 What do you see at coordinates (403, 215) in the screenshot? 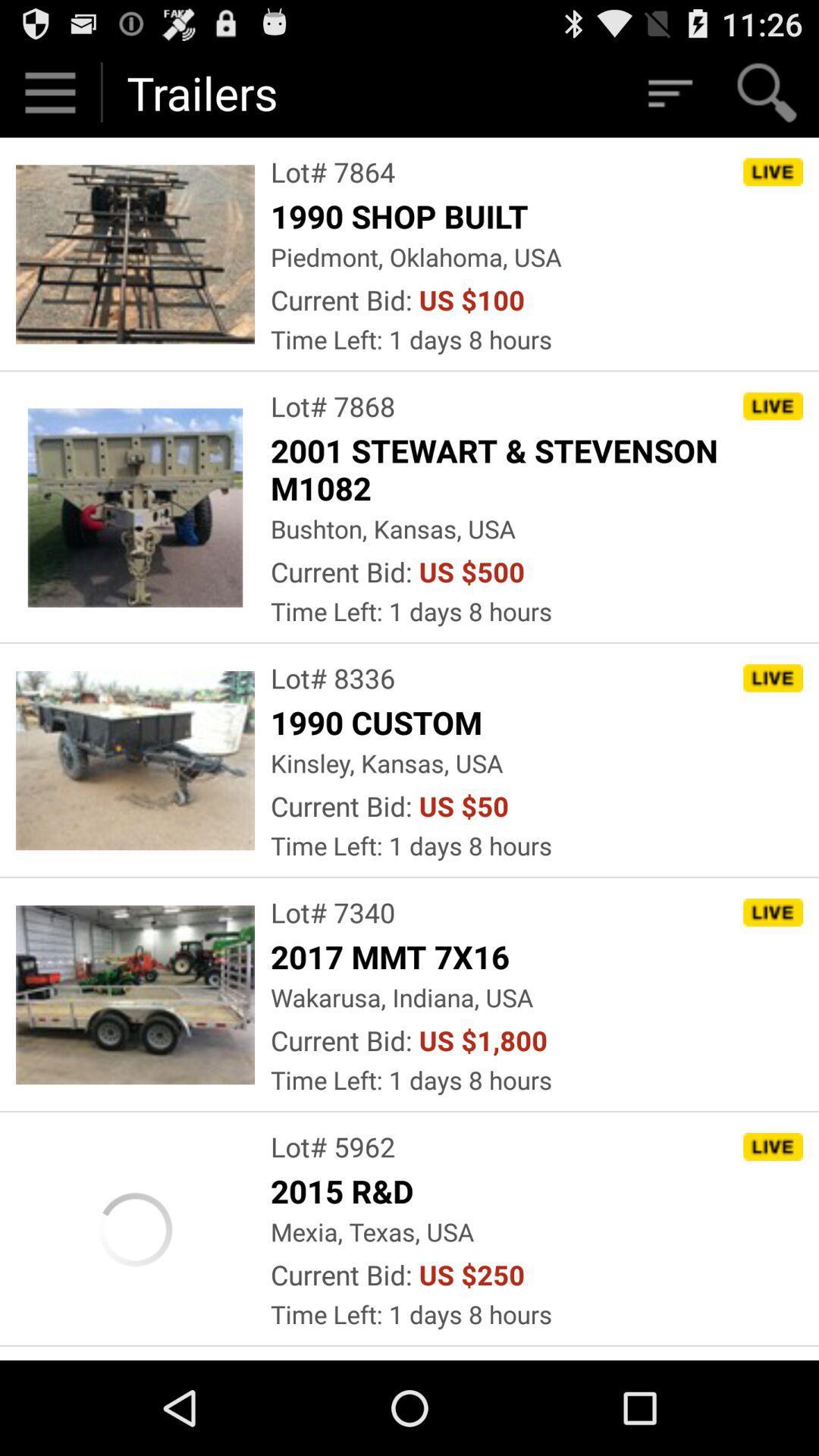
I see `item above the piedmont, oklahoma, usa item` at bounding box center [403, 215].